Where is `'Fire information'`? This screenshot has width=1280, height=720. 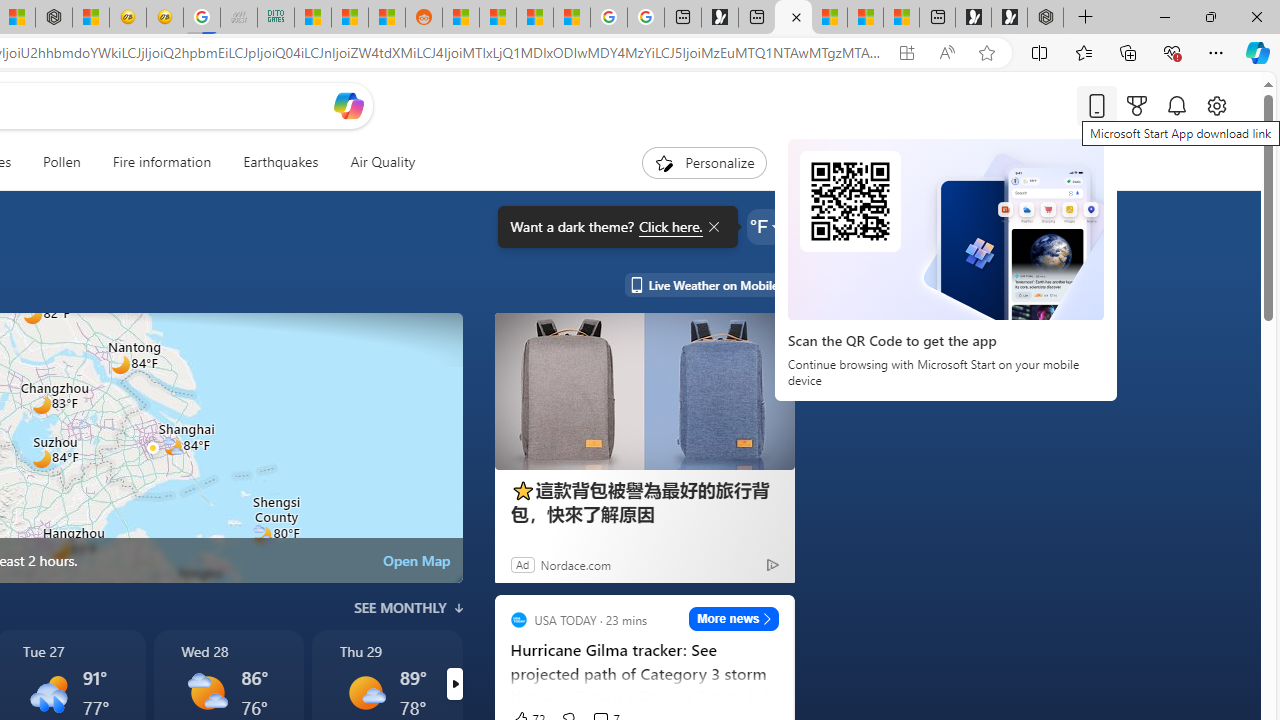 'Fire information' is located at coordinates (161, 162).